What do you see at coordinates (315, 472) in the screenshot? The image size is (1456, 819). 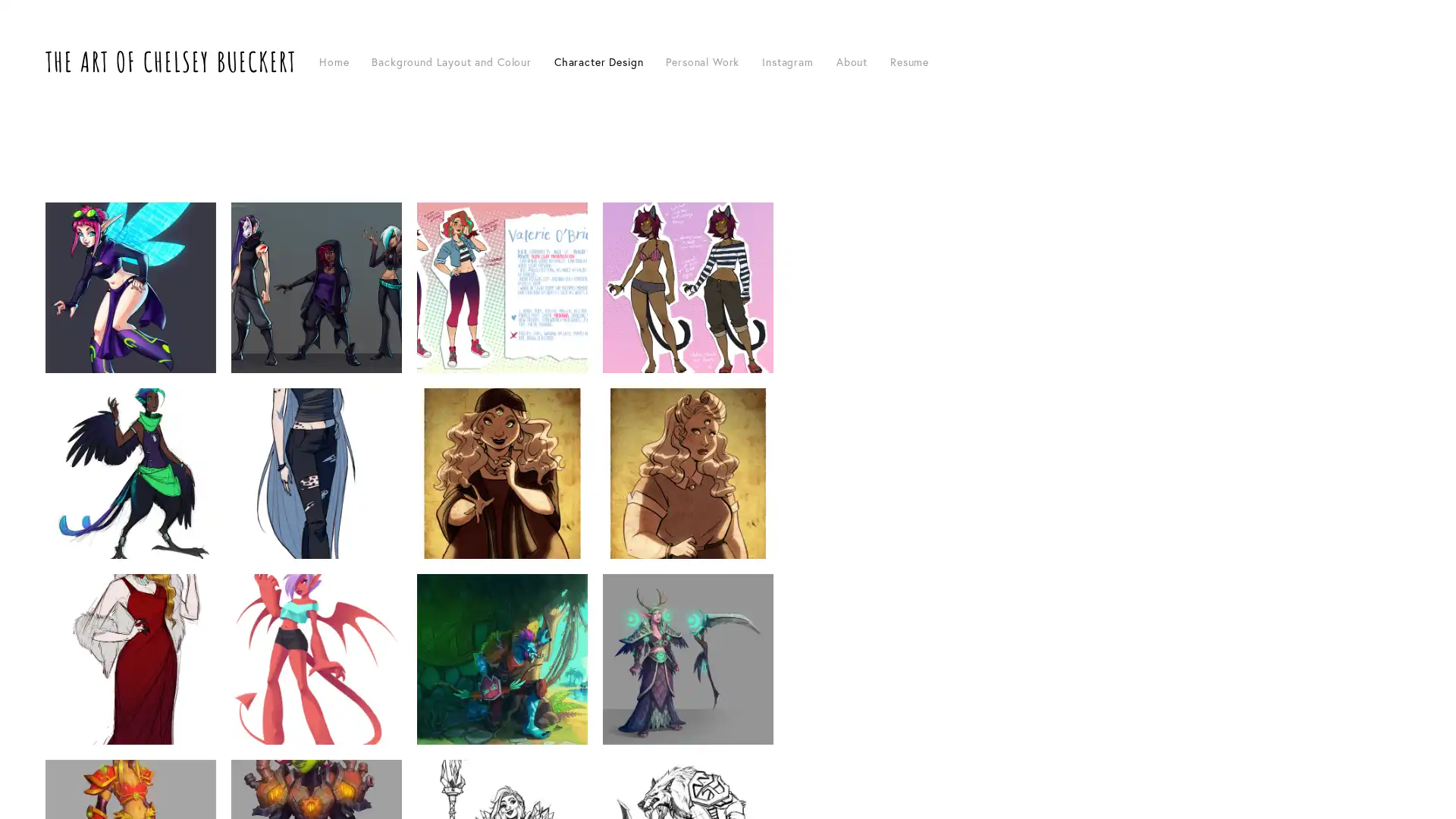 I see `View fullsize laurfullbody.png` at bounding box center [315, 472].